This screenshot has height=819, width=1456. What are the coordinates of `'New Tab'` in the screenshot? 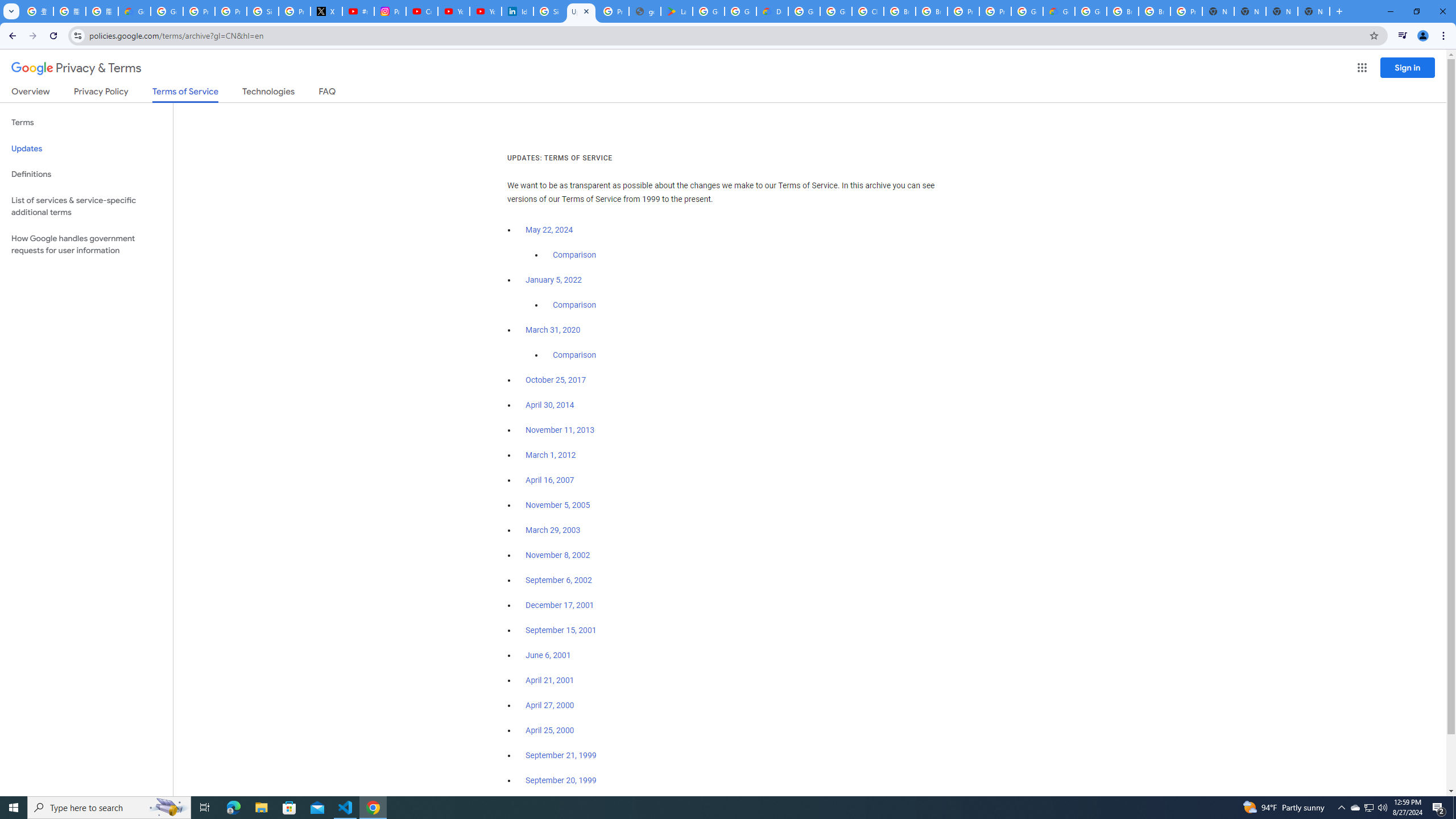 It's located at (1282, 11).